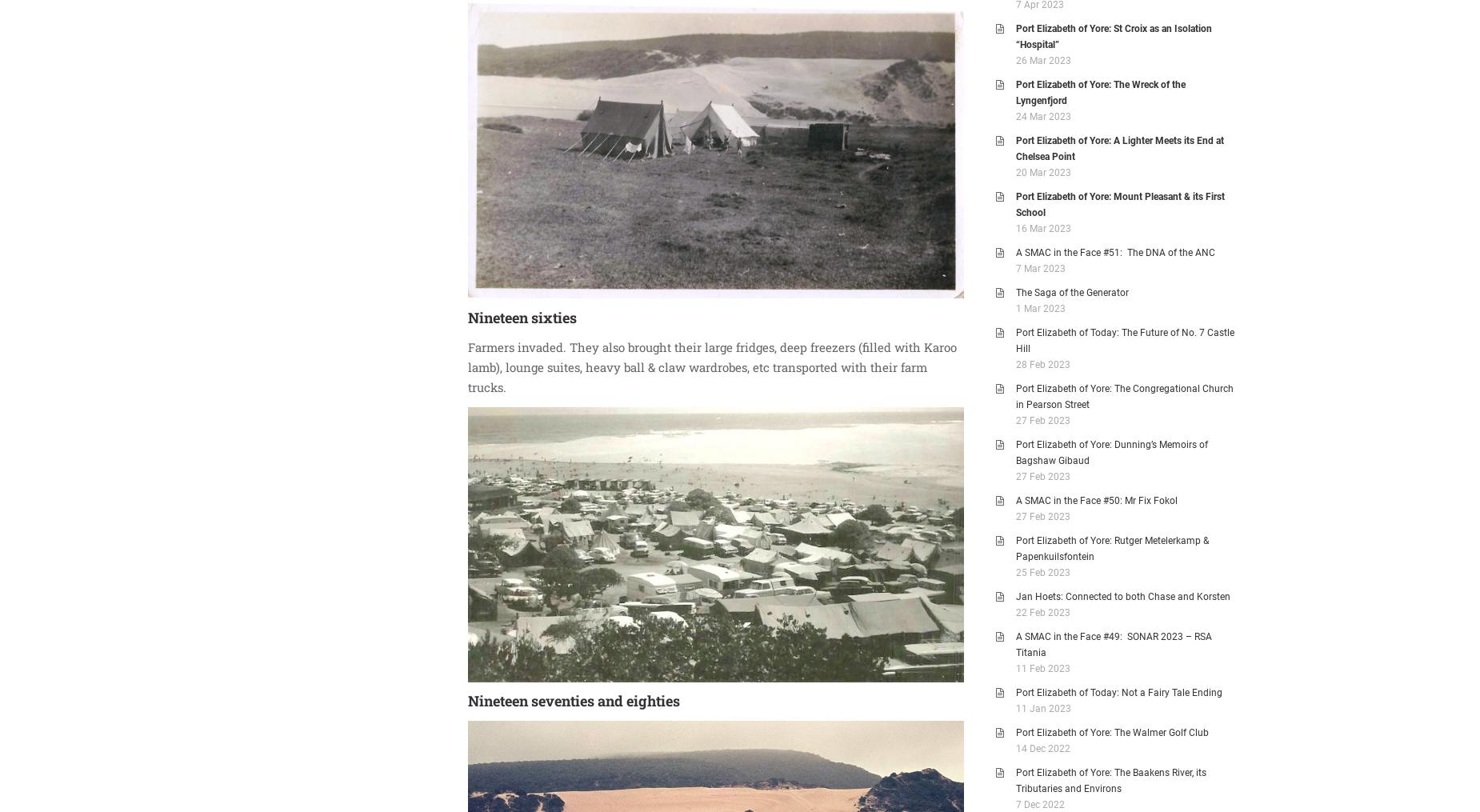  I want to click on 'A SMAC in the Face #51:  The DNA of the ANC', so click(1115, 251).